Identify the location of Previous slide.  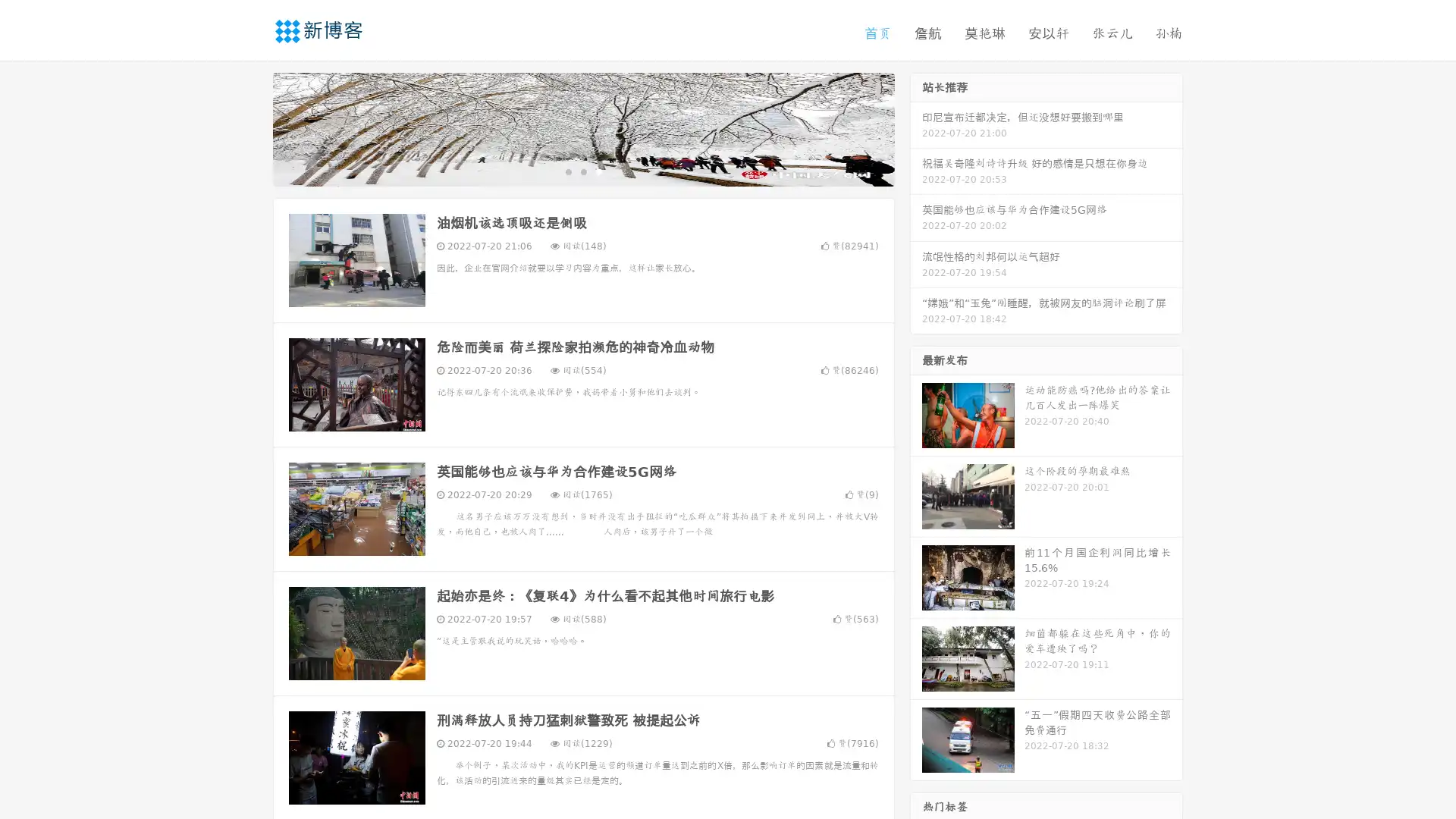
(250, 127).